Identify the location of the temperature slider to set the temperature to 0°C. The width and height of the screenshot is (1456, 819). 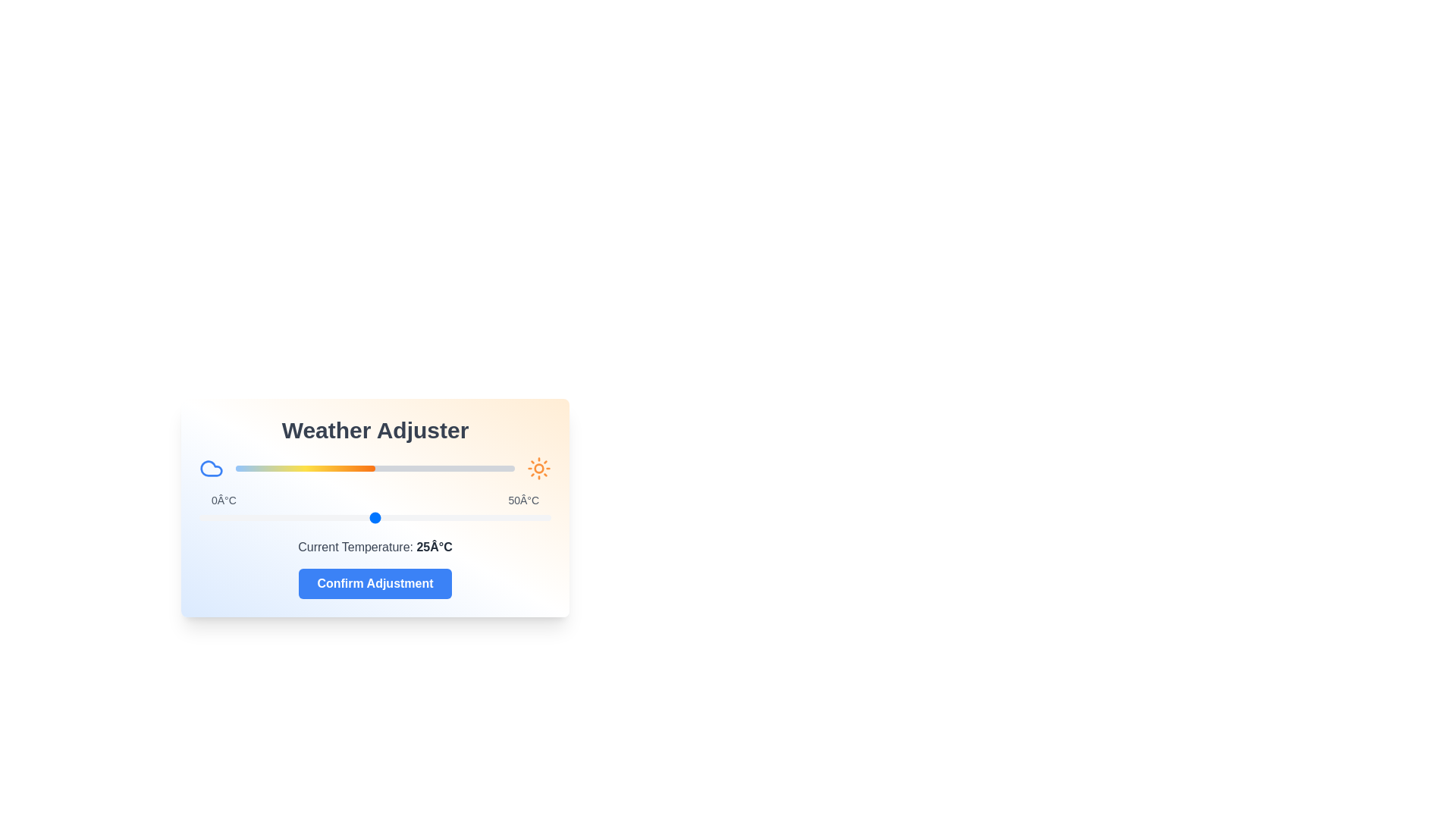
(199, 516).